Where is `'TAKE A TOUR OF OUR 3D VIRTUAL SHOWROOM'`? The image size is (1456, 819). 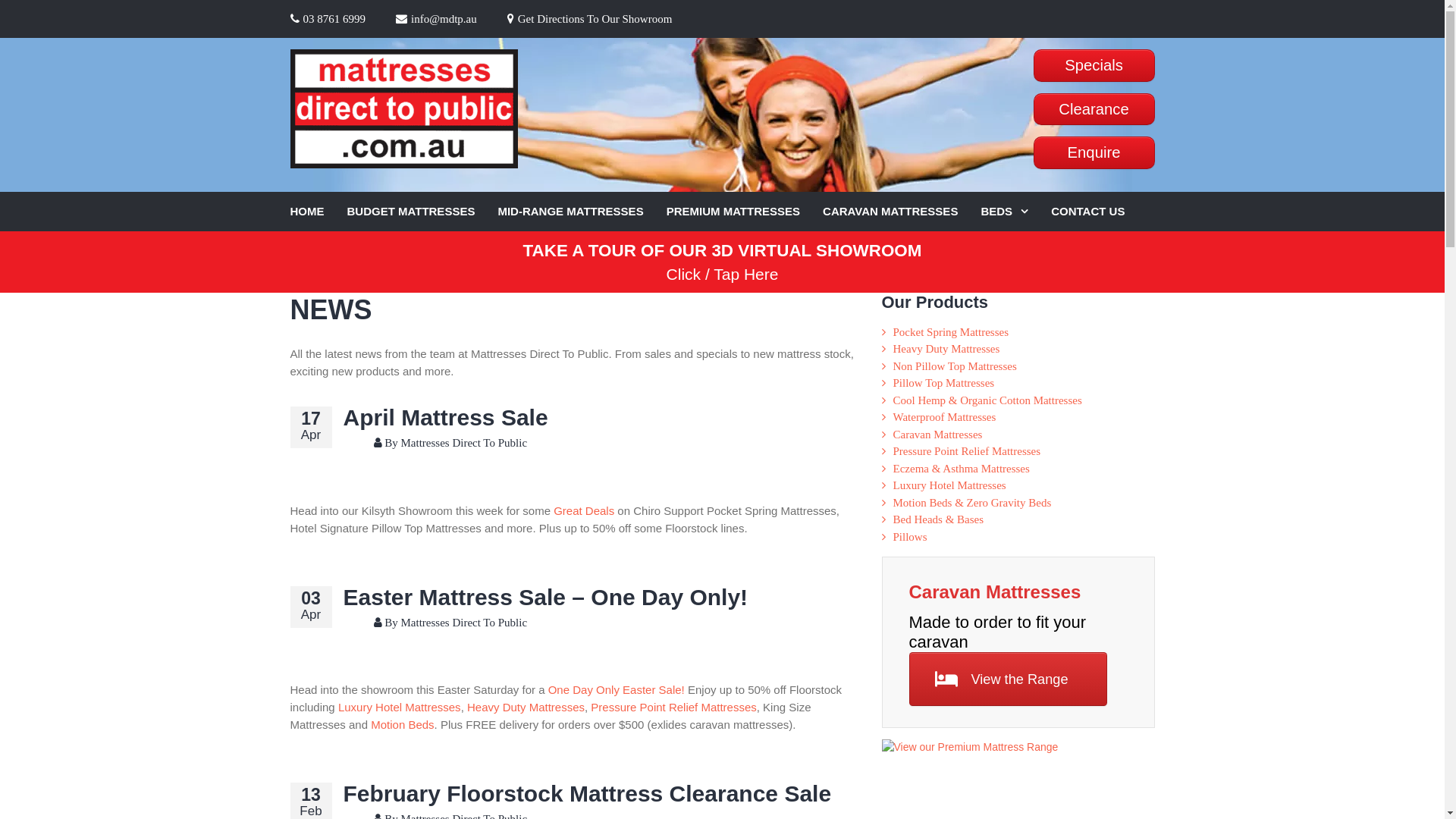
'TAKE A TOUR OF OUR 3D VIRTUAL SHOWROOM' is located at coordinates (722, 249).